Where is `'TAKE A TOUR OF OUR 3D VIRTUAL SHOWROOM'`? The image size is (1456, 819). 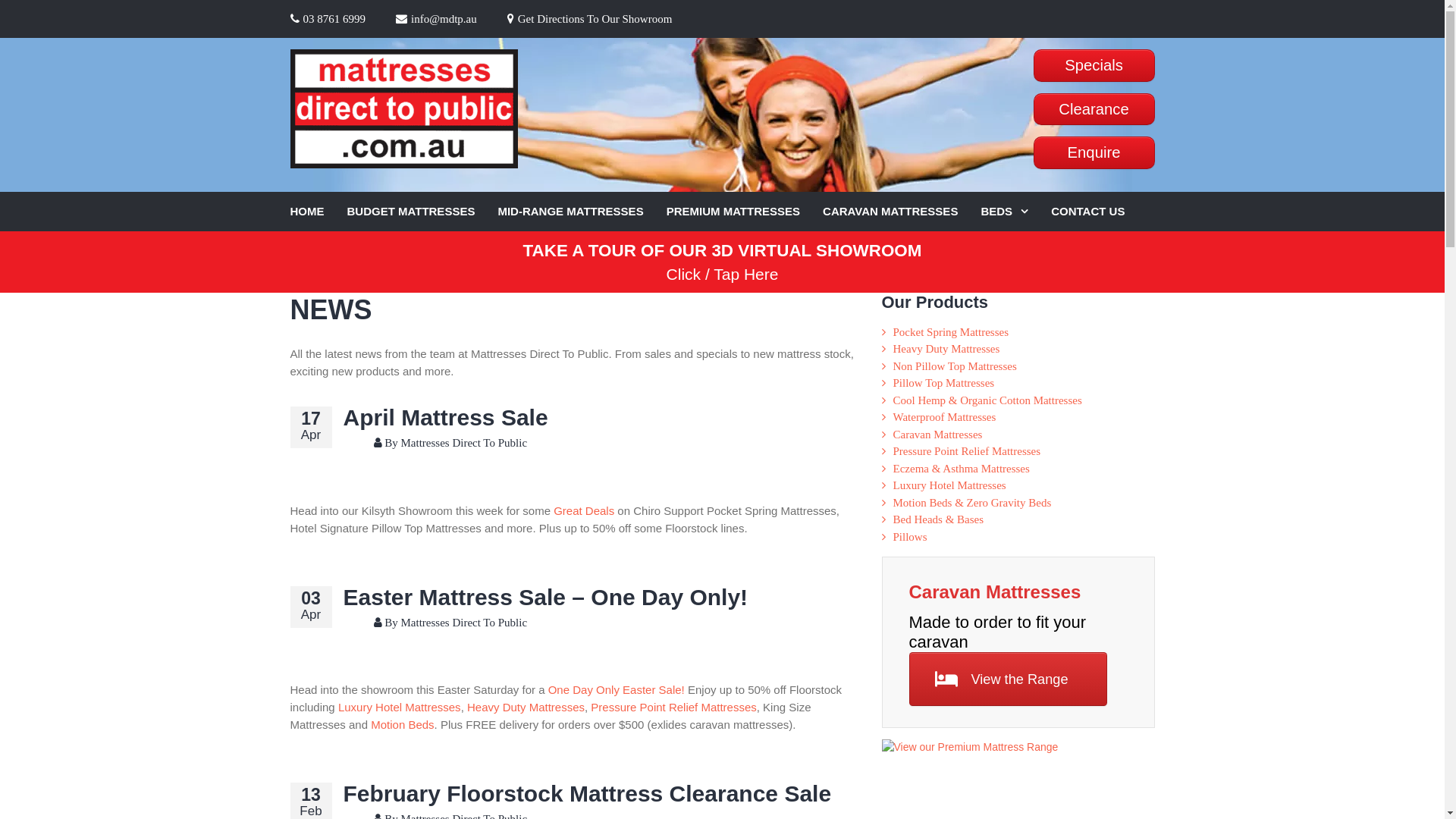
'TAKE A TOUR OF OUR 3D VIRTUAL SHOWROOM' is located at coordinates (722, 249).